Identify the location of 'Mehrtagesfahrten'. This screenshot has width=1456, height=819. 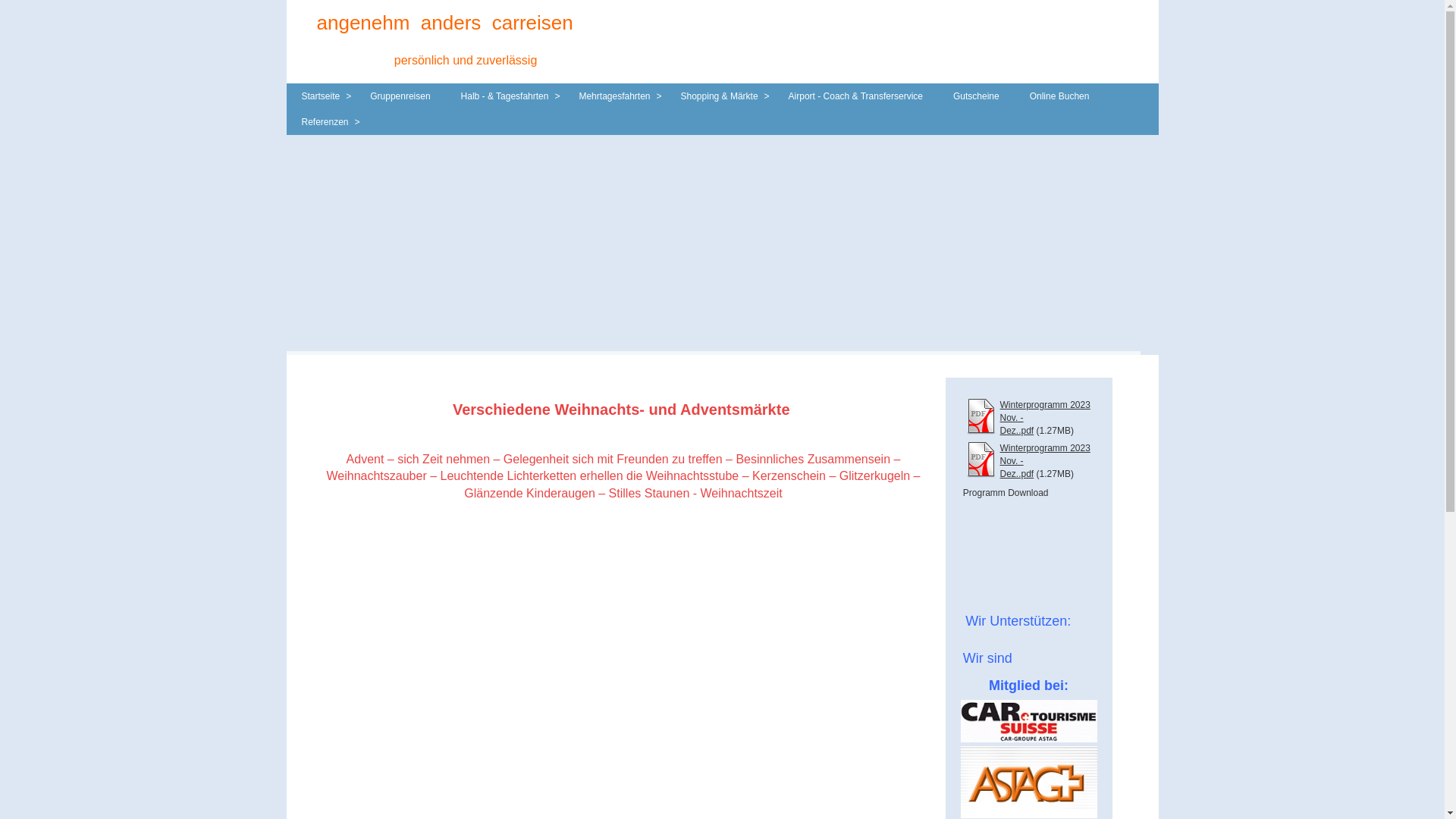
(563, 96).